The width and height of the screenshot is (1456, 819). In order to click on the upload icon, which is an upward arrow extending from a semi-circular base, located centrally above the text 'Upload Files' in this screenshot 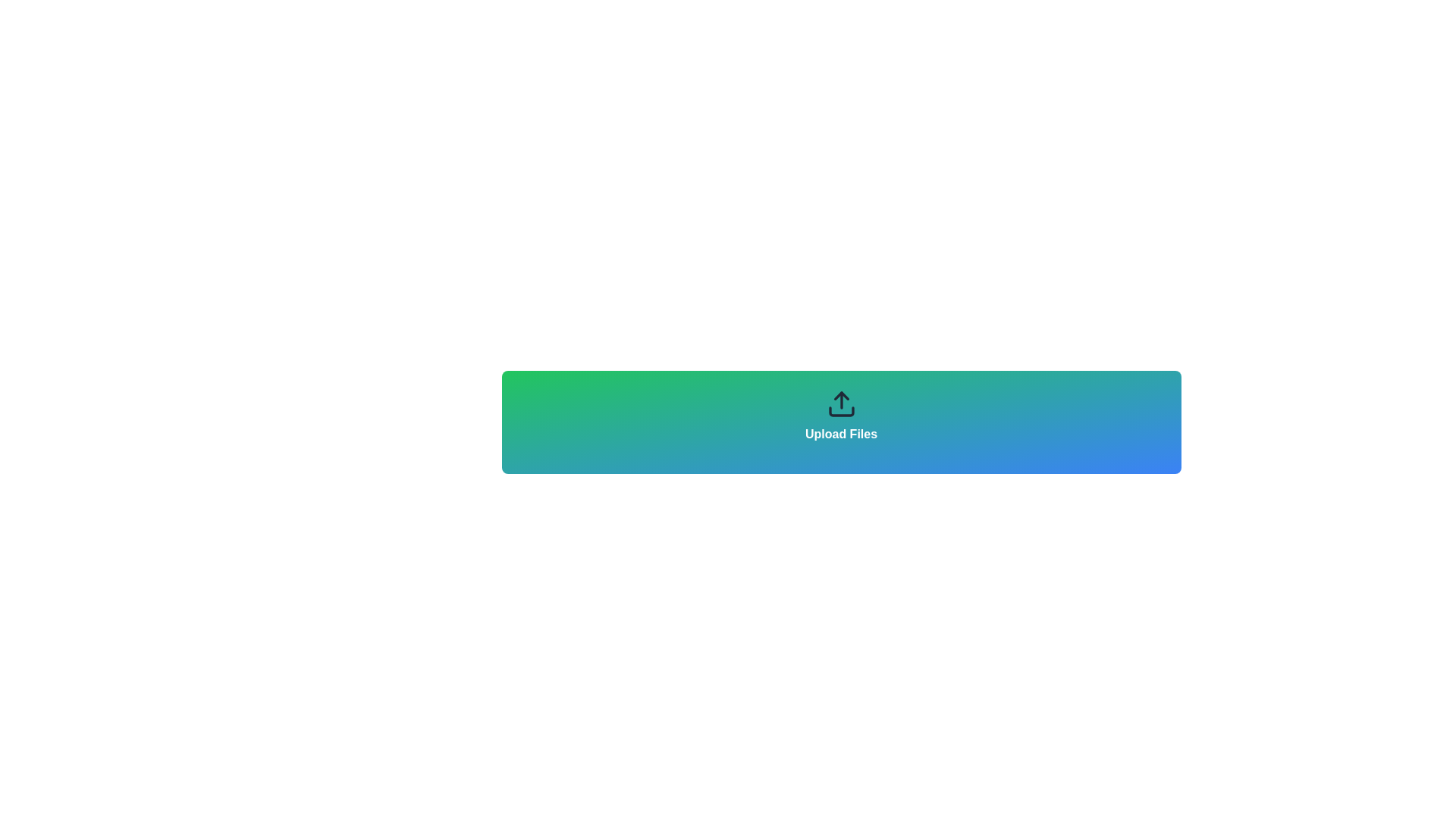, I will do `click(840, 403)`.